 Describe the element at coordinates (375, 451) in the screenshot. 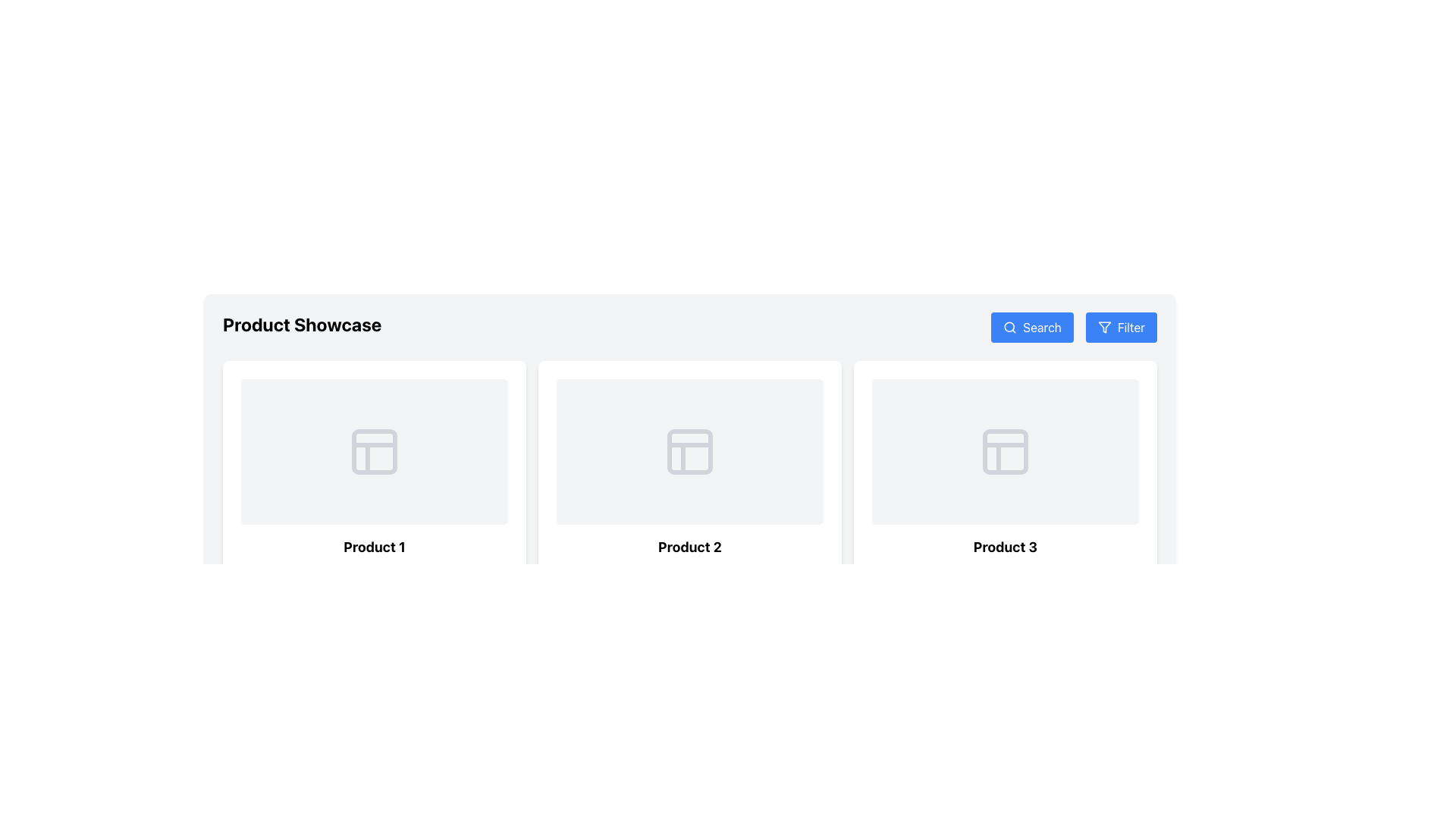

I see `the gray icon depicting a window layout associated with the 'Product 1' card in the 'Product Showcase' section` at that location.